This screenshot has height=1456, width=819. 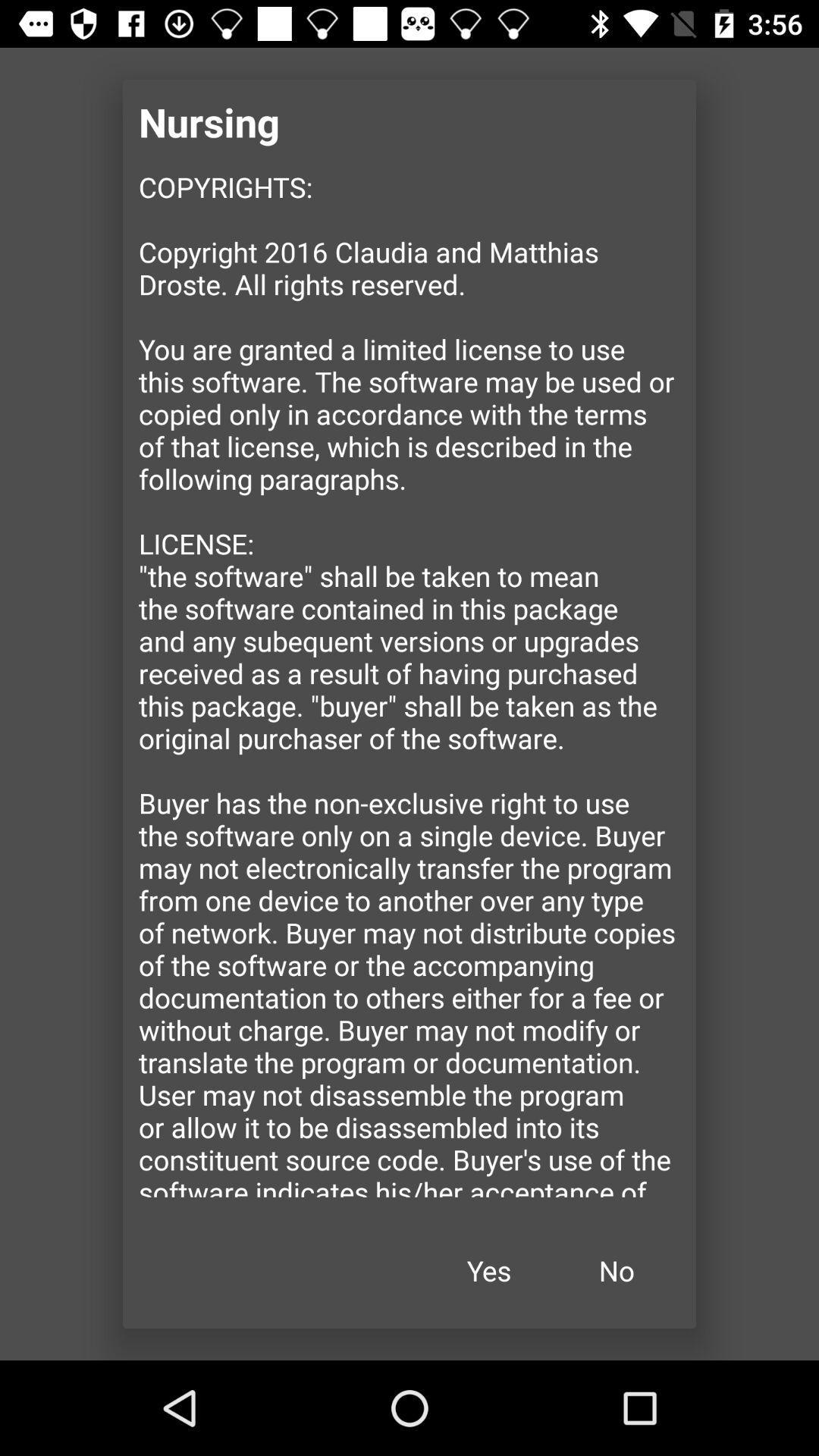 What do you see at coordinates (488, 1270) in the screenshot?
I see `icon below the copyrights copyright 2016 item` at bounding box center [488, 1270].